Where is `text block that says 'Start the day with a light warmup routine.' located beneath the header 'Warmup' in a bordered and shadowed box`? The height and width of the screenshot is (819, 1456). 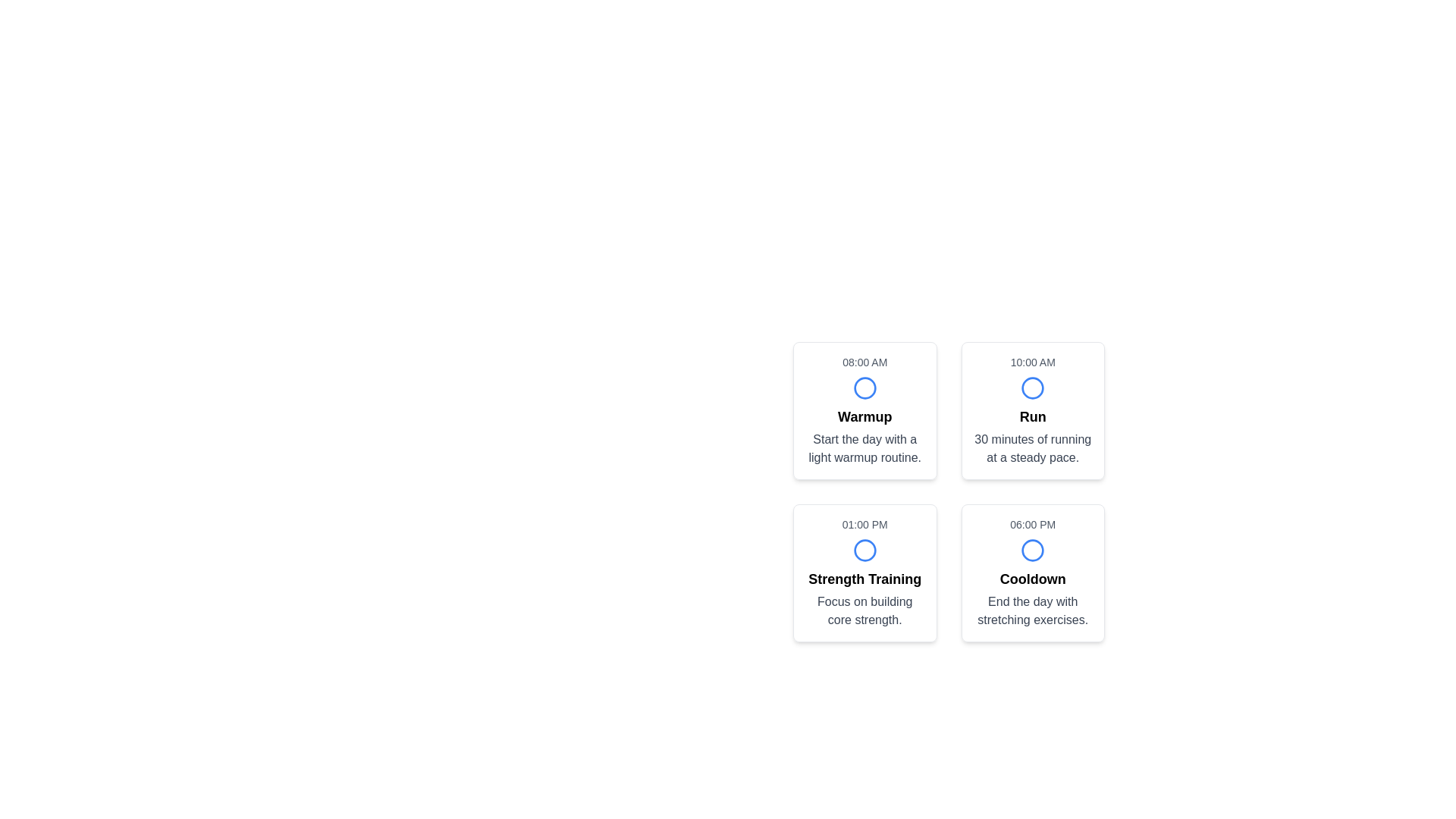 text block that says 'Start the day with a light warmup routine.' located beneath the header 'Warmup' in a bordered and shadowed box is located at coordinates (864, 447).